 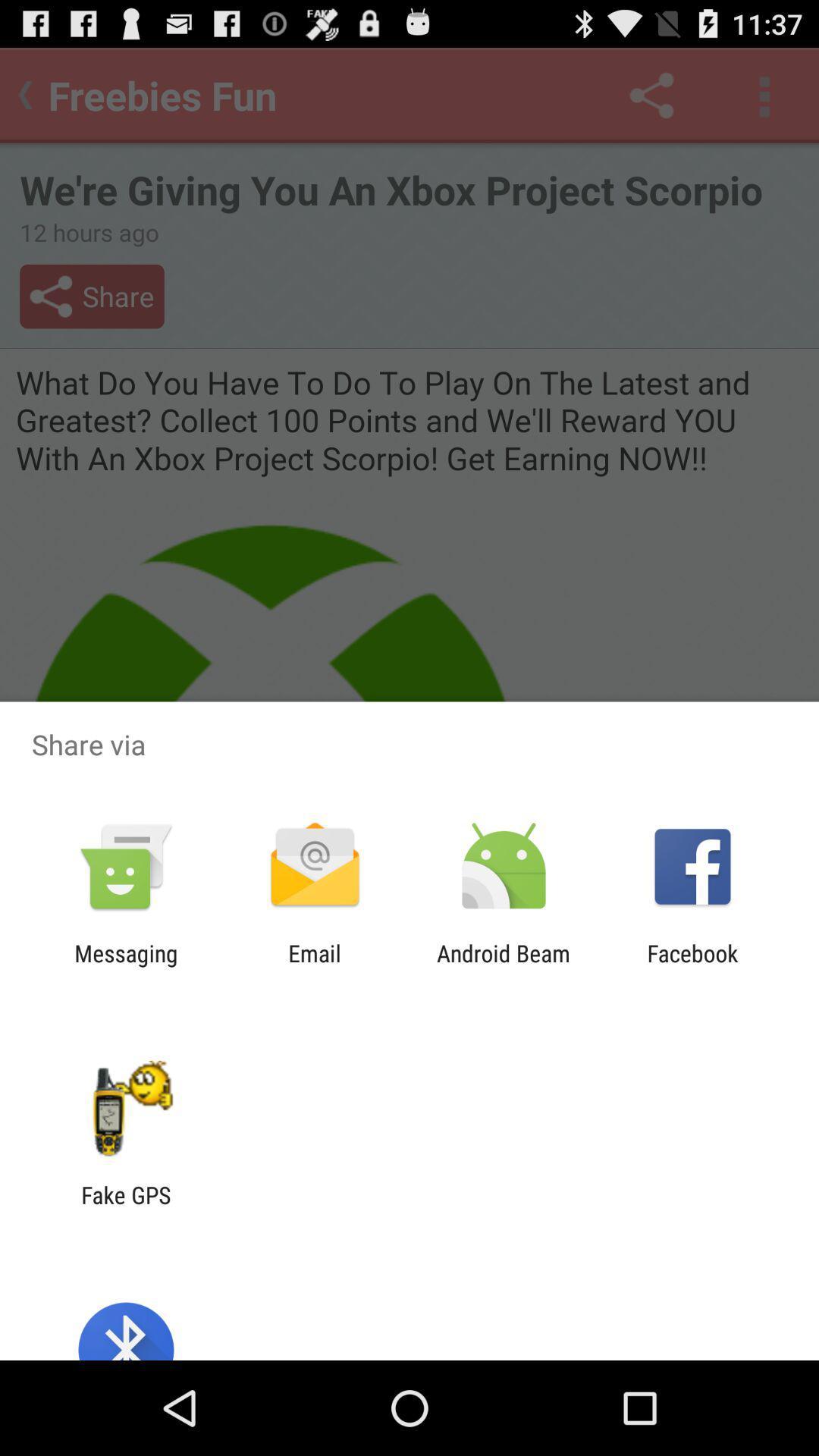 What do you see at coordinates (125, 966) in the screenshot?
I see `app to the left of email` at bounding box center [125, 966].